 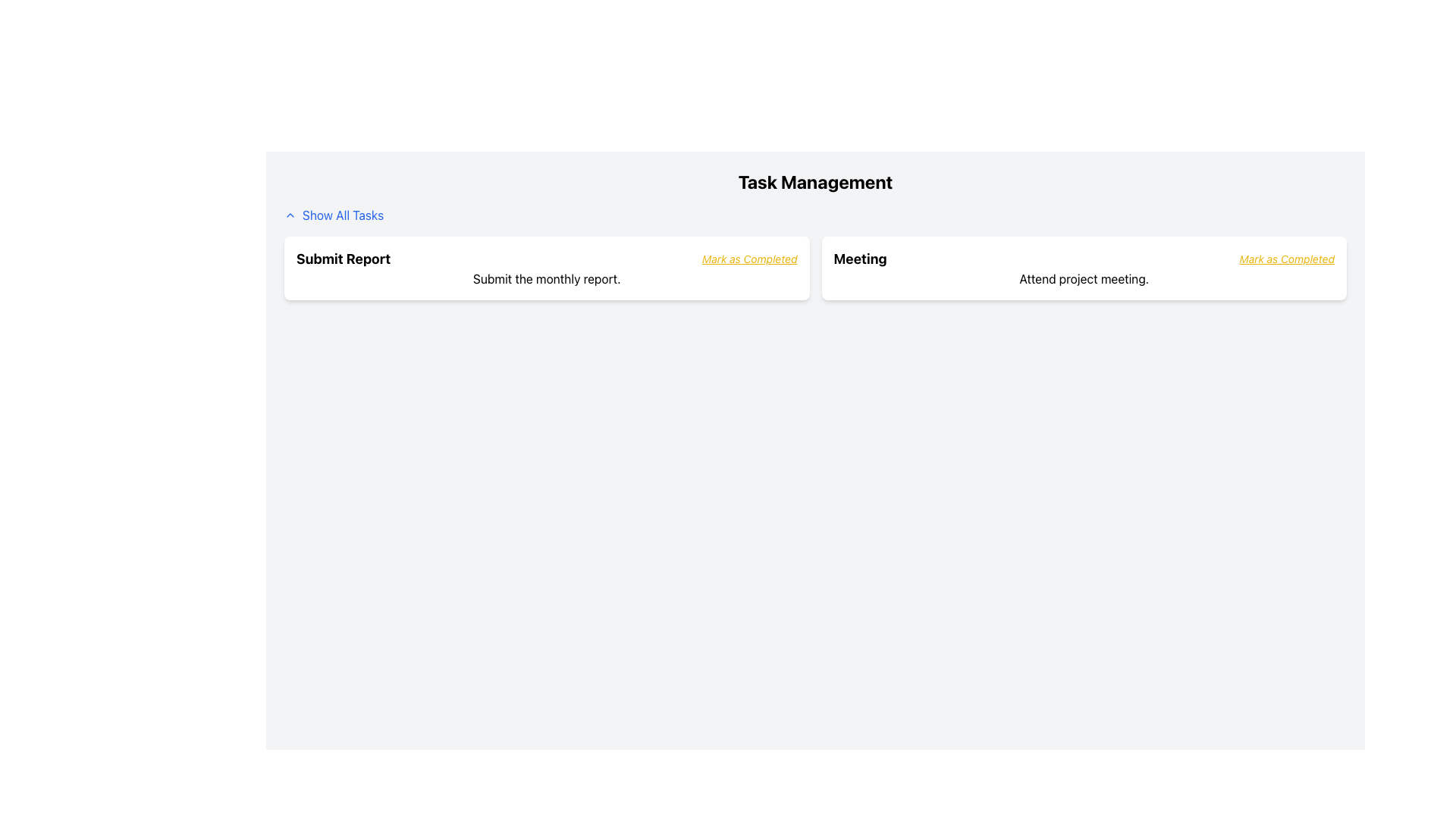 What do you see at coordinates (1286, 259) in the screenshot?
I see `the button that allows users to mark a task as completed, located to the right of the 'Meeting' text` at bounding box center [1286, 259].